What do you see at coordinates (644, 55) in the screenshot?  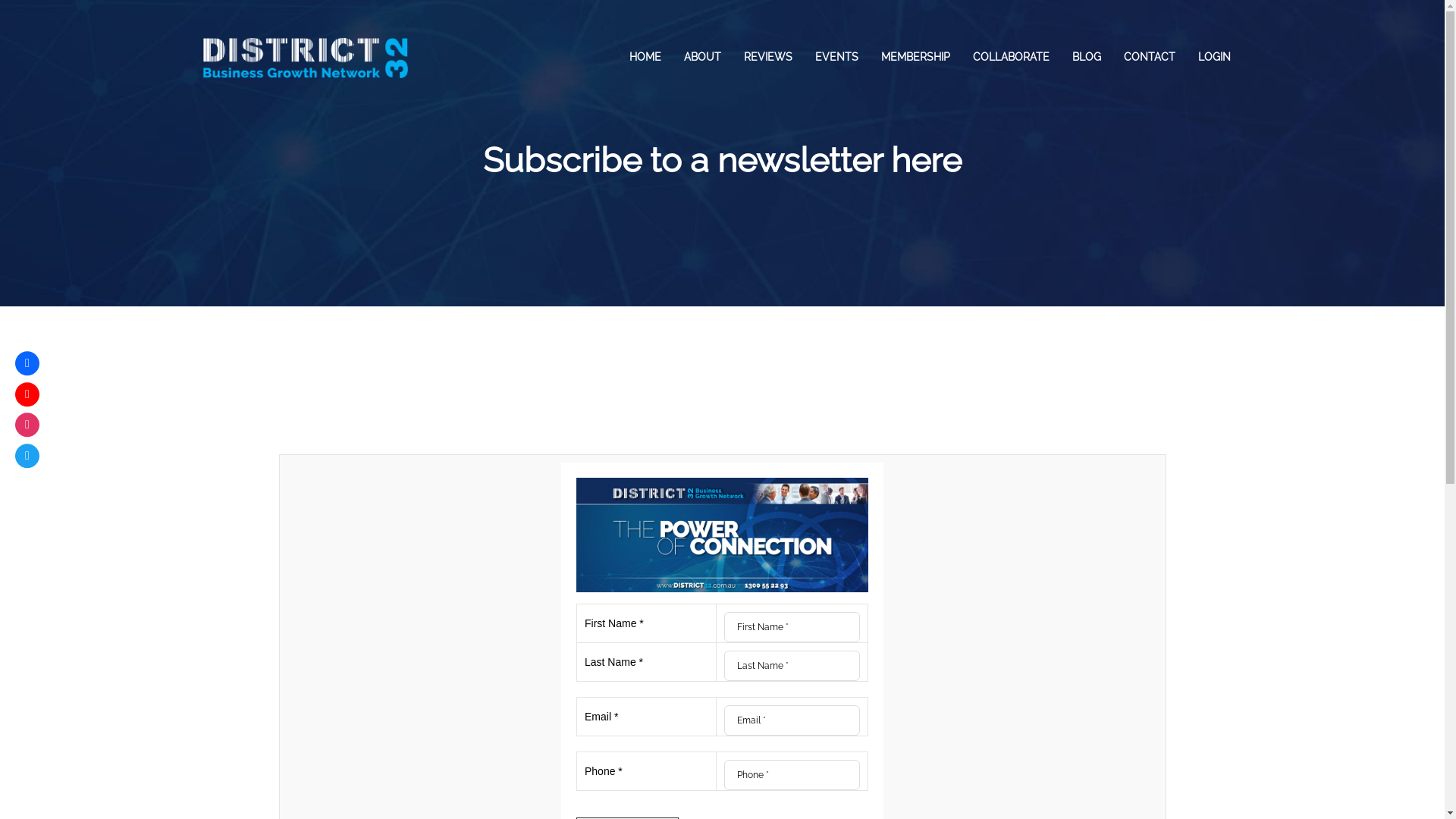 I see `'HOME'` at bounding box center [644, 55].